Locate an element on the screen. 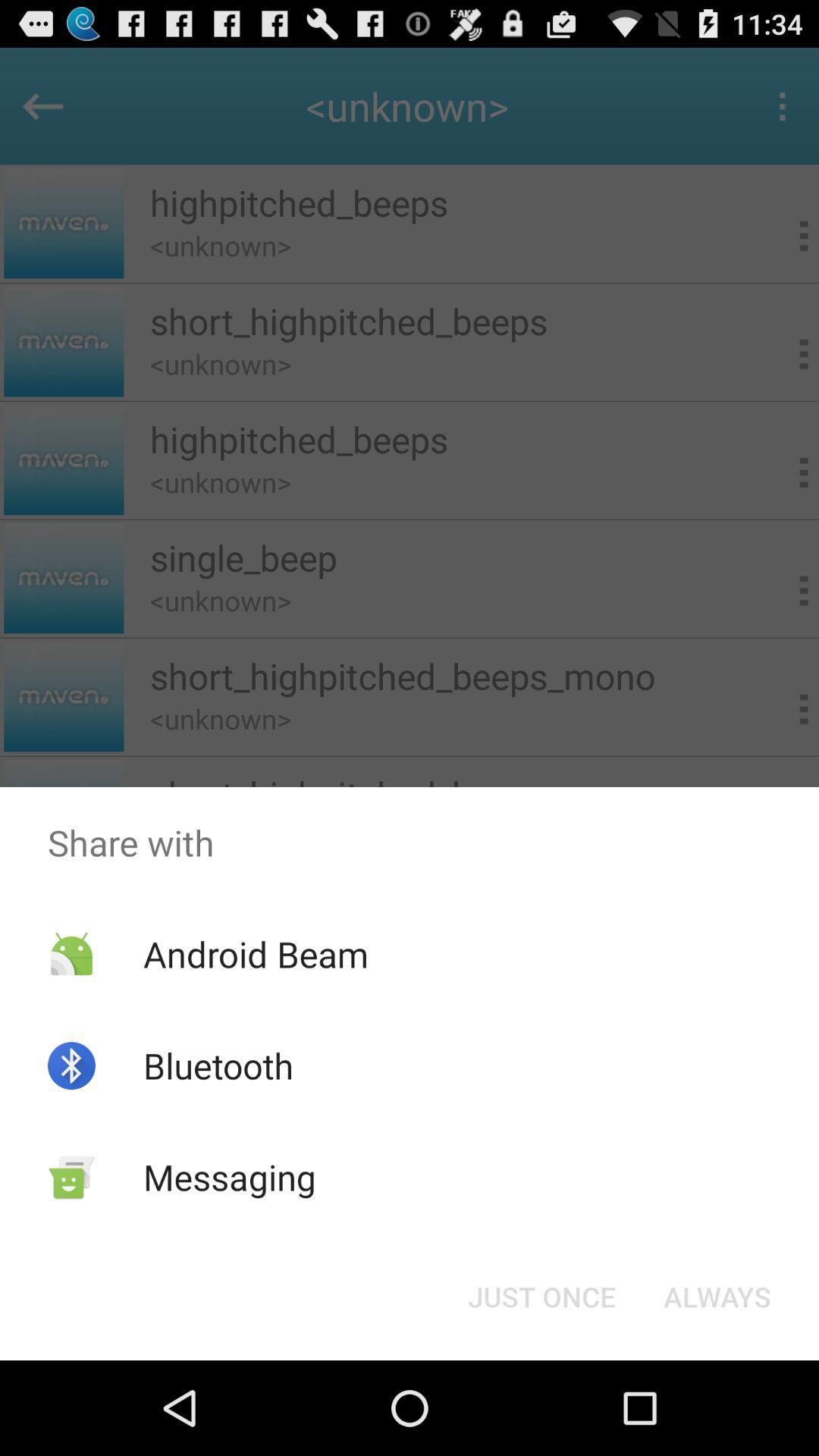 This screenshot has width=819, height=1456. the bluetooth is located at coordinates (218, 1065).